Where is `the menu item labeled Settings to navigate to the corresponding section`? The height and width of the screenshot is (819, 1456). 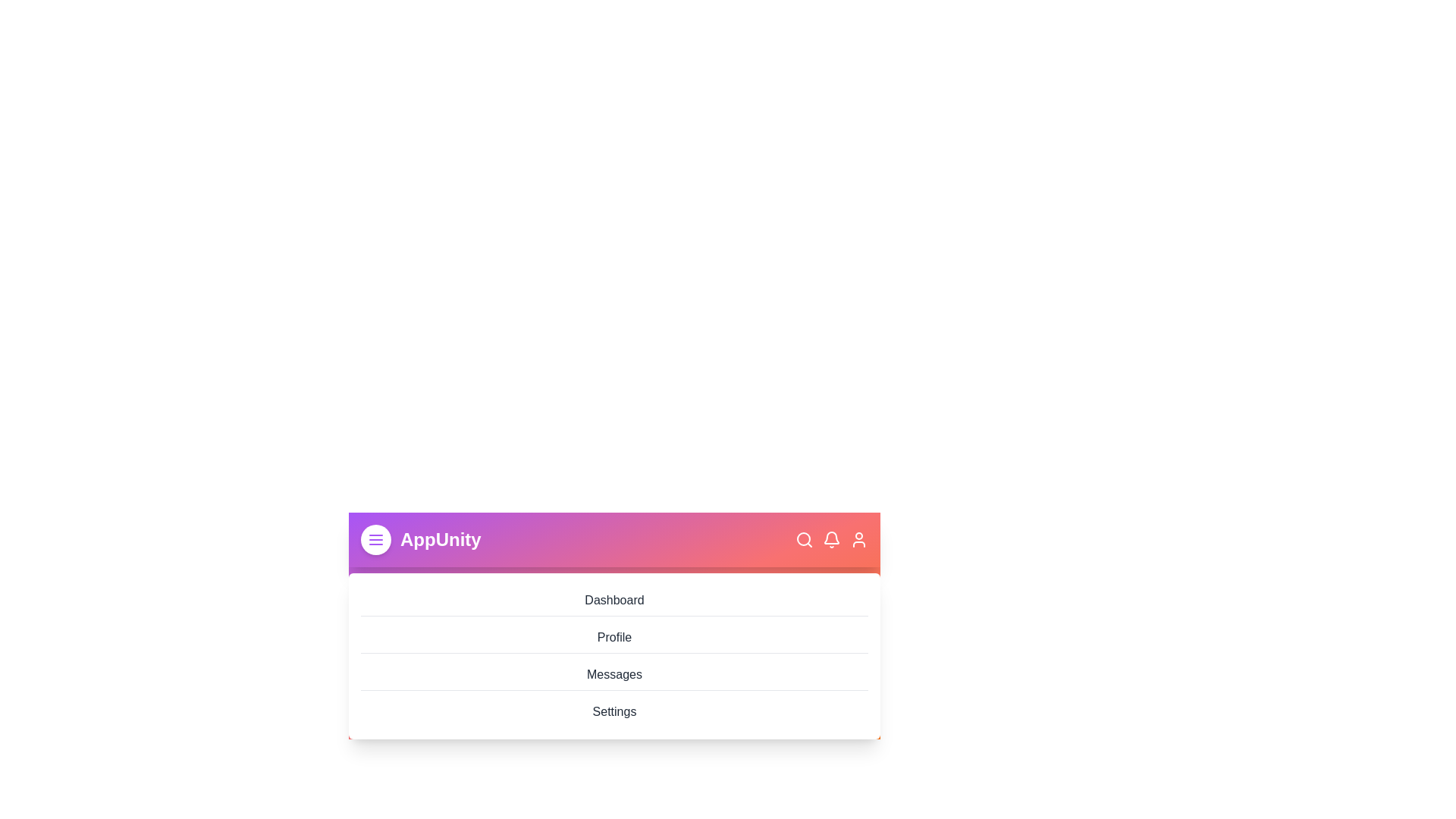
the menu item labeled Settings to navigate to the corresponding section is located at coordinates (614, 711).